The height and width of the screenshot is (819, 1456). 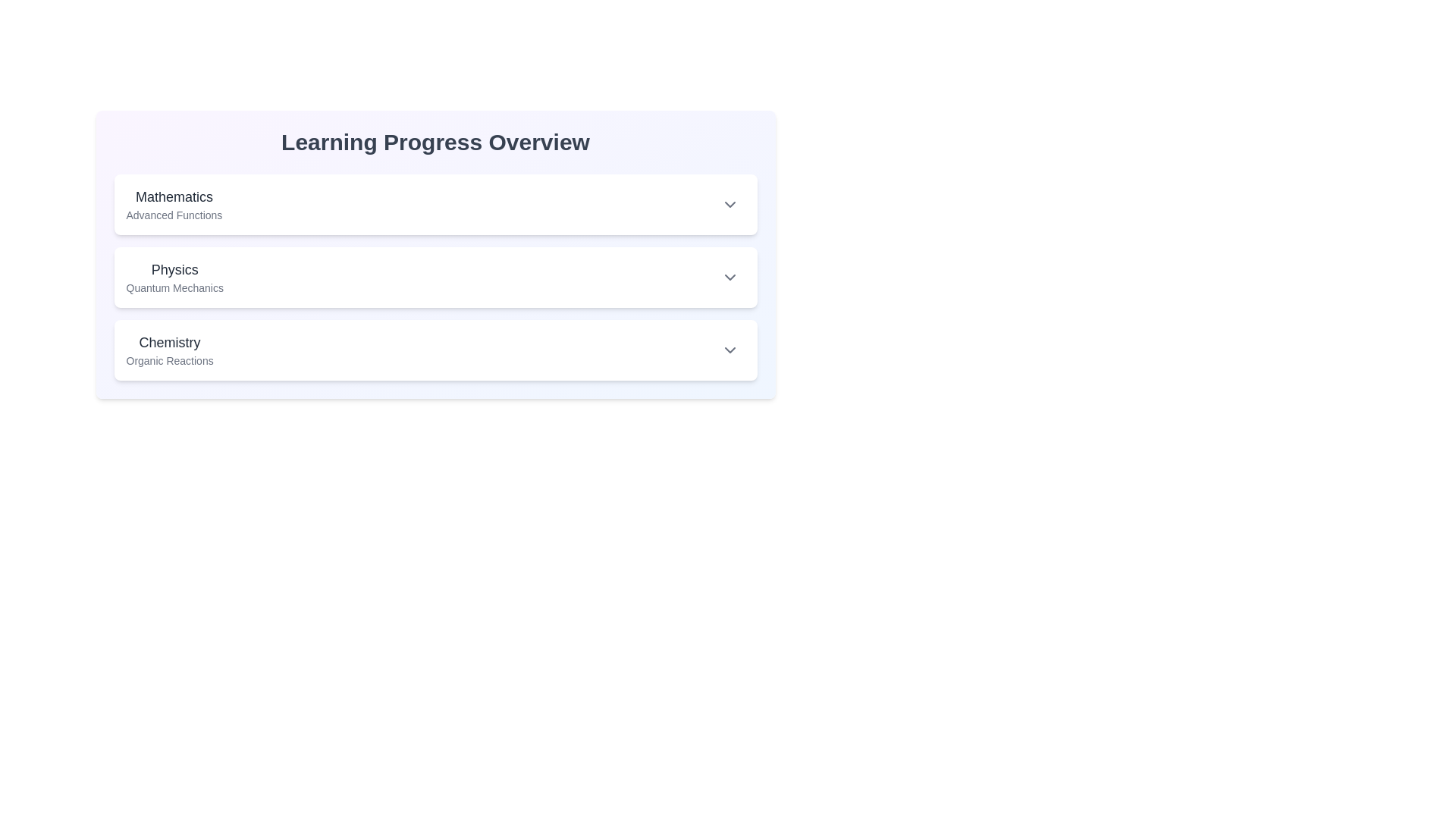 What do you see at coordinates (730, 205) in the screenshot?
I see `the icon that serves as an indicator for expanding or collapsing the 'Mathematics' module` at bounding box center [730, 205].